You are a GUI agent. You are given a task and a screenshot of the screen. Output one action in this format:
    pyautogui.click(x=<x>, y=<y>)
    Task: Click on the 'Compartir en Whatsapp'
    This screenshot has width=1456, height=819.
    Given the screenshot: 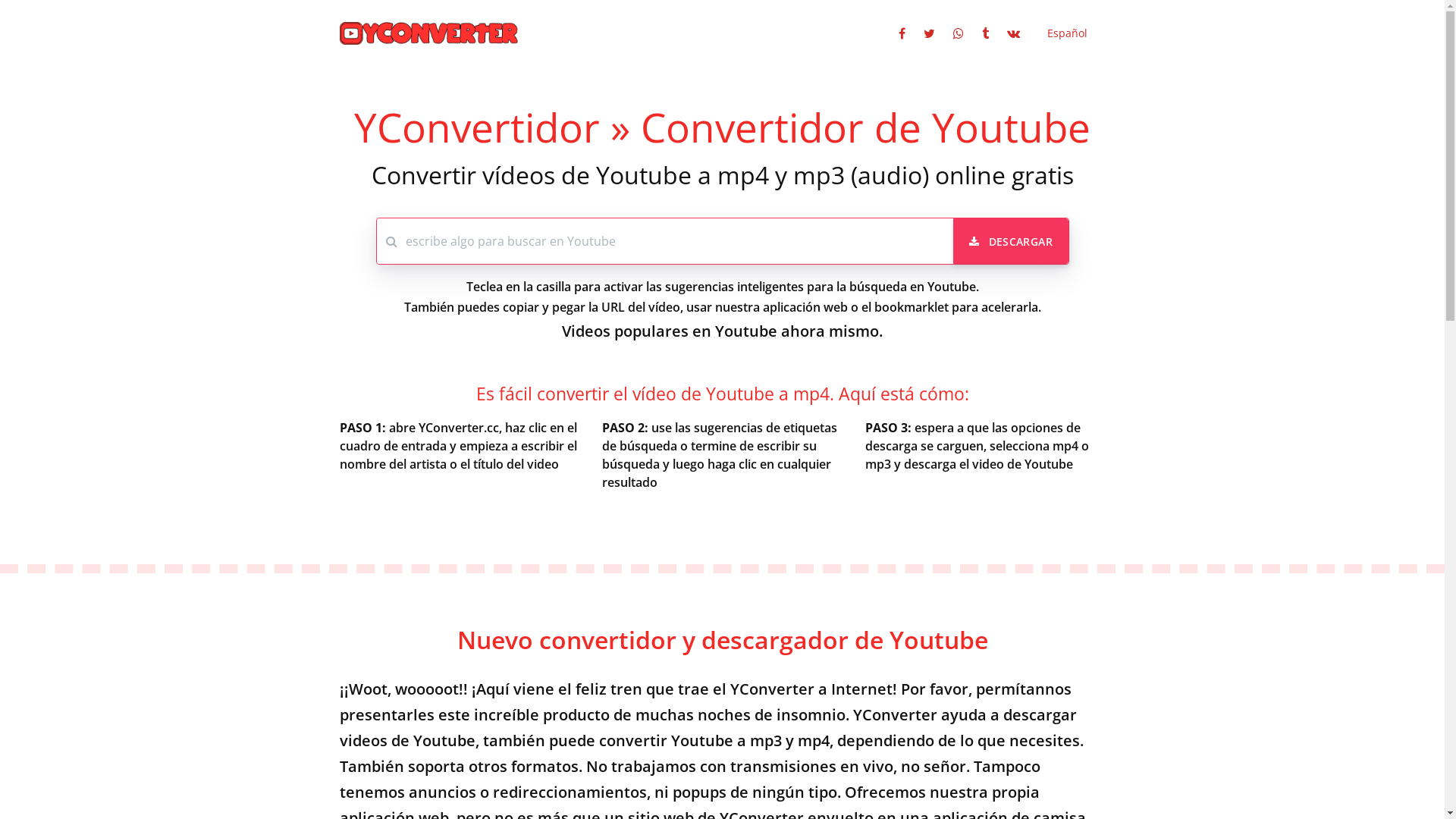 What is the action you would take?
    pyautogui.click(x=946, y=33)
    